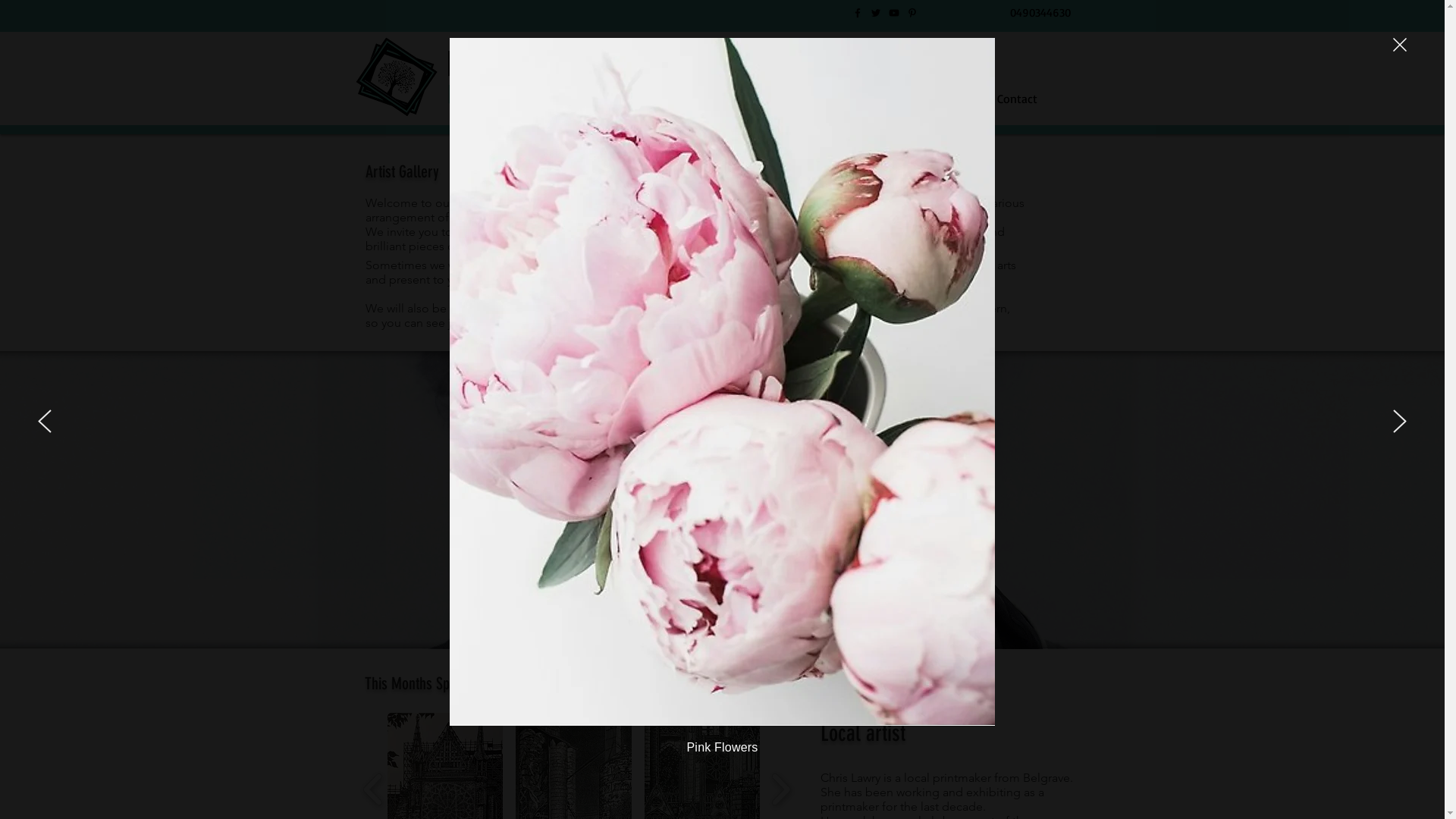 The height and width of the screenshot is (819, 1456). What do you see at coordinates (750, 98) in the screenshot?
I see `'Services'` at bounding box center [750, 98].